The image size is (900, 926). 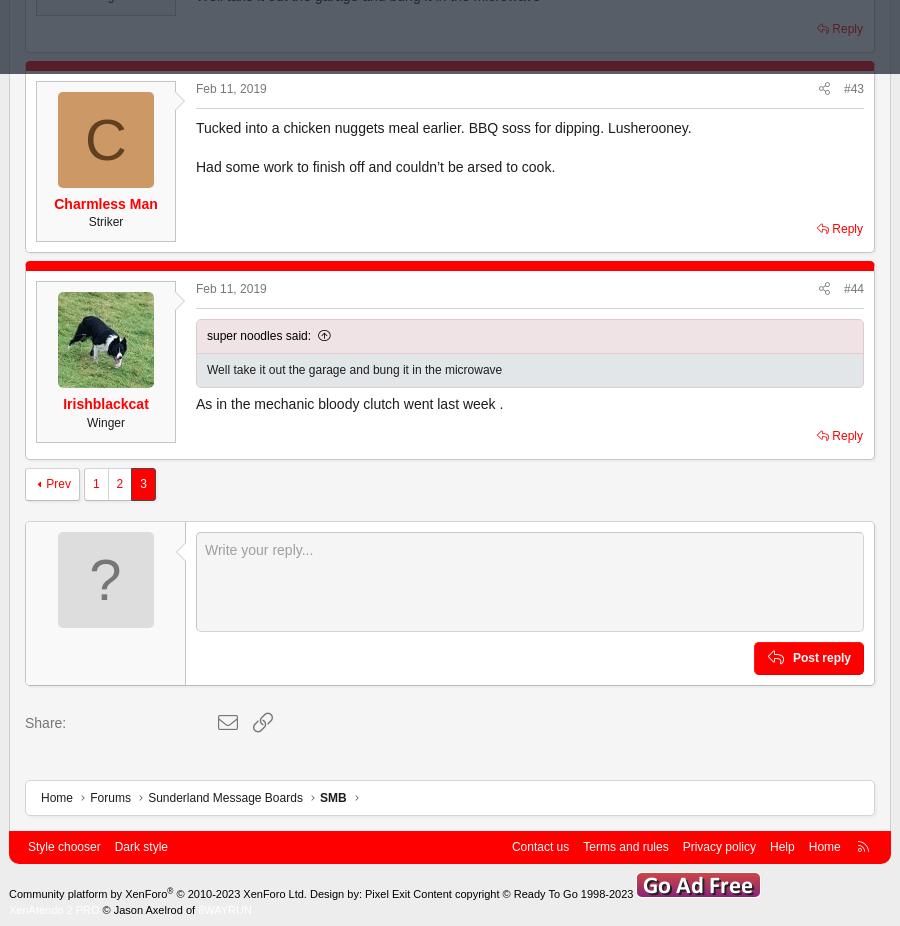 What do you see at coordinates (305, 893) in the screenshot?
I see `'Design by:'` at bounding box center [305, 893].